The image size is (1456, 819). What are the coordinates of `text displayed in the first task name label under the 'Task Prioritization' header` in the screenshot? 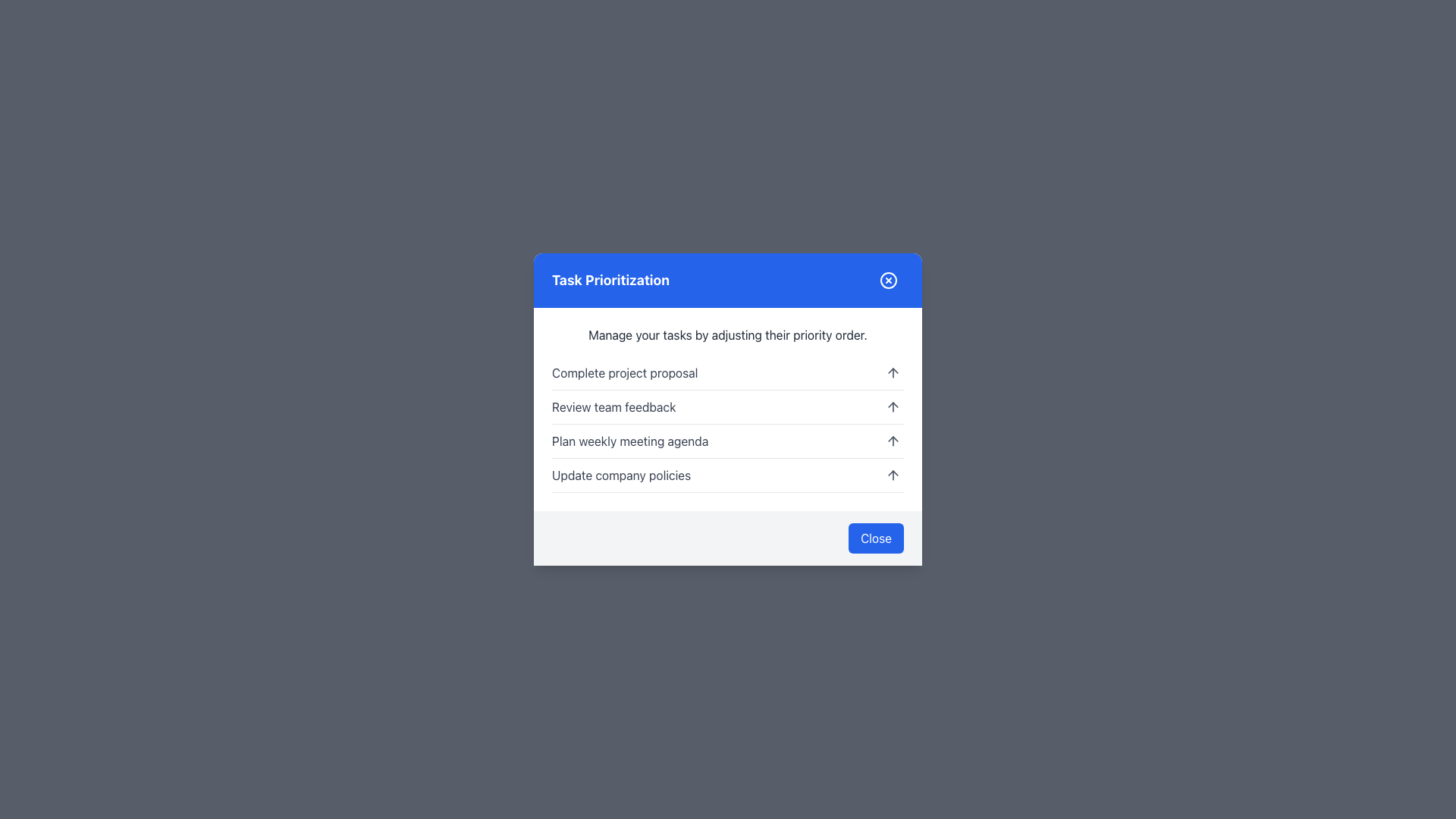 It's located at (625, 373).